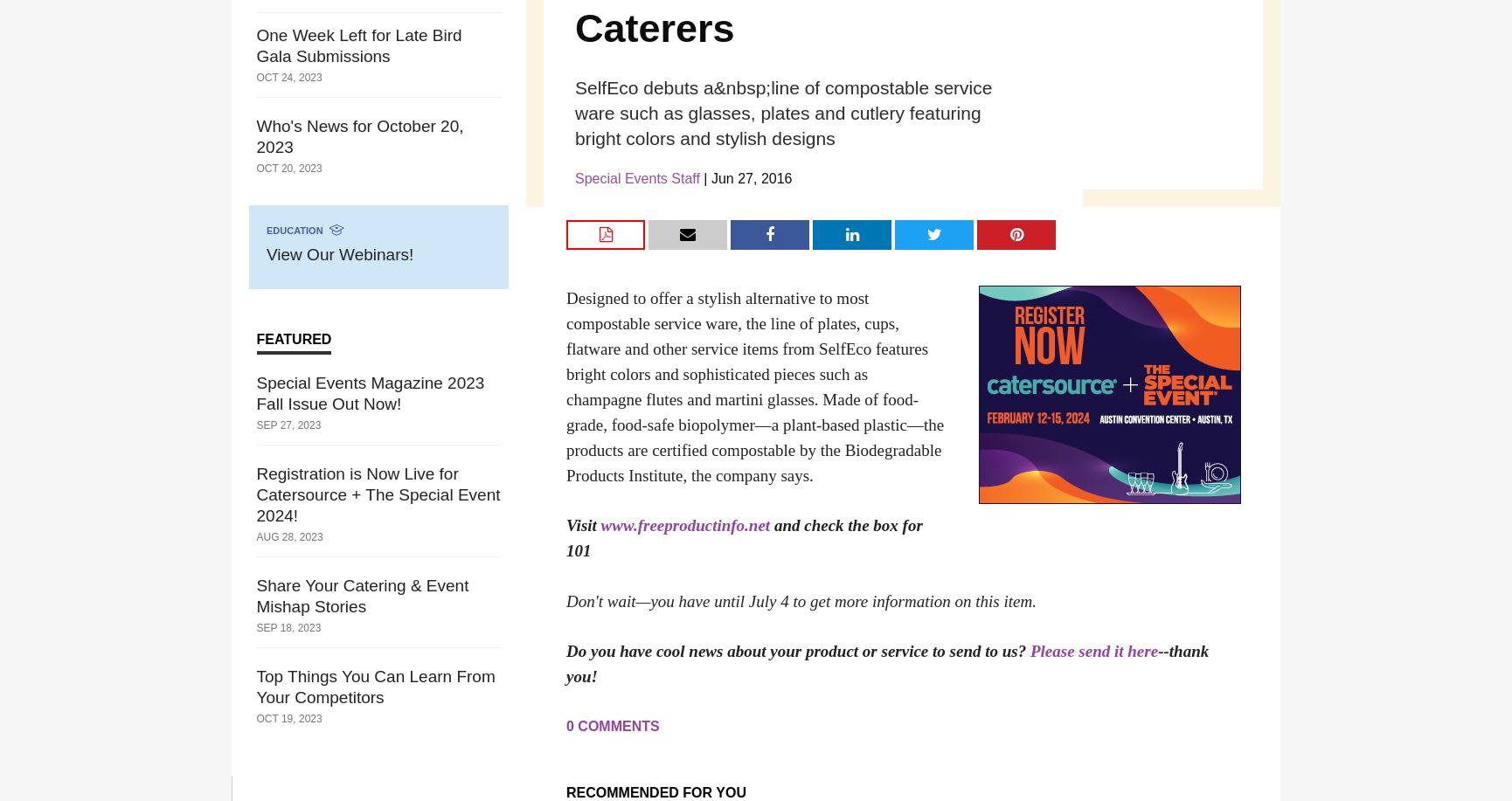 This screenshot has height=801, width=1512. What do you see at coordinates (753, 385) in the screenshot?
I see `'Designed to offer a stylish alternative to most compostable service ware, the line of plates, cups, flatware and other service items from SelfEco features bright colors and sophisticated pieces such as champagne flutes and martini glasses. Made of food-grade, food-safe biopolymer—a plant-based plastic—the products are certified compostable by the Biodegradable Products Institute, the company says.'` at bounding box center [753, 385].